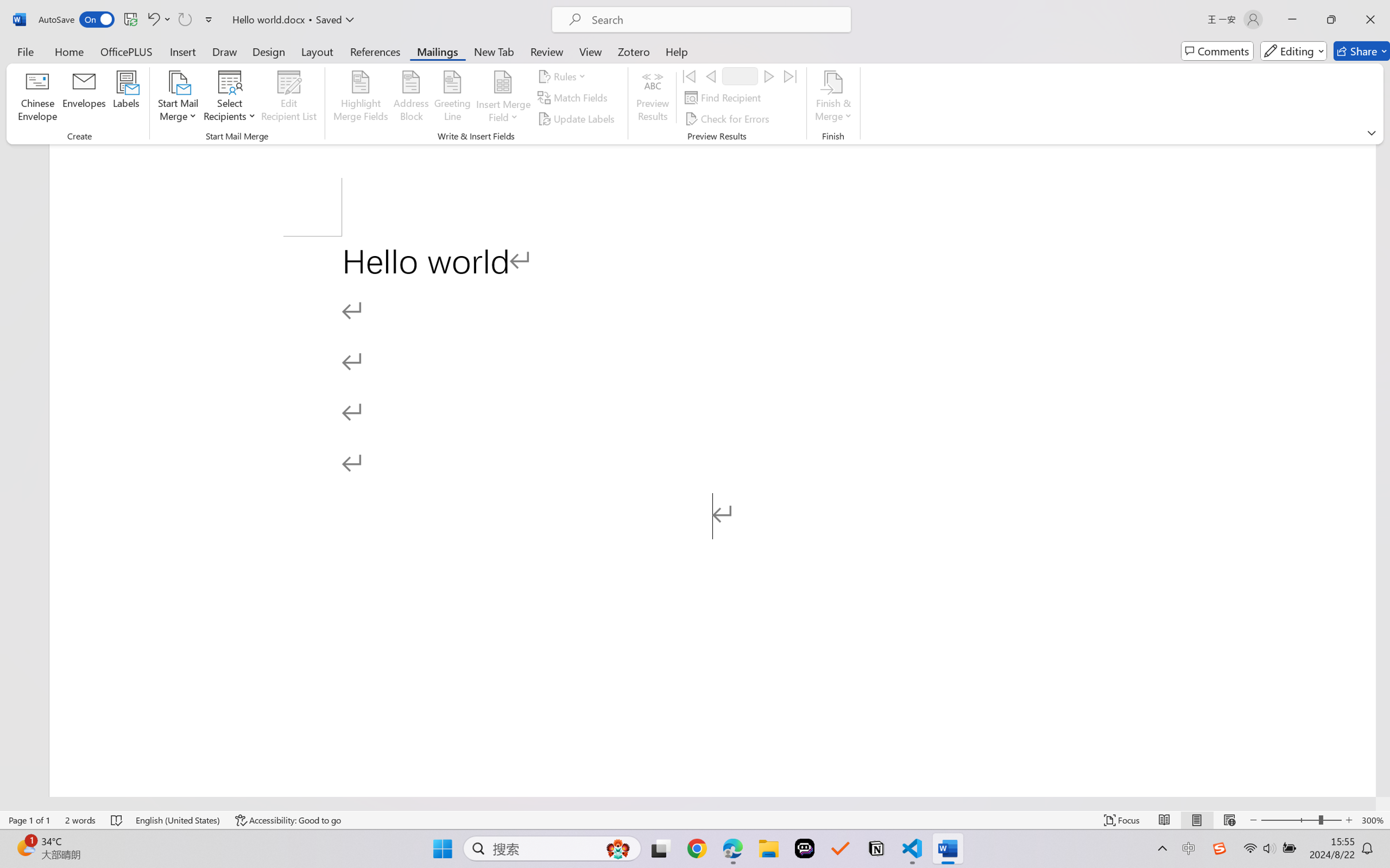 The image size is (1390, 868). Describe the element at coordinates (577, 119) in the screenshot. I see `'Update Labels'` at that location.